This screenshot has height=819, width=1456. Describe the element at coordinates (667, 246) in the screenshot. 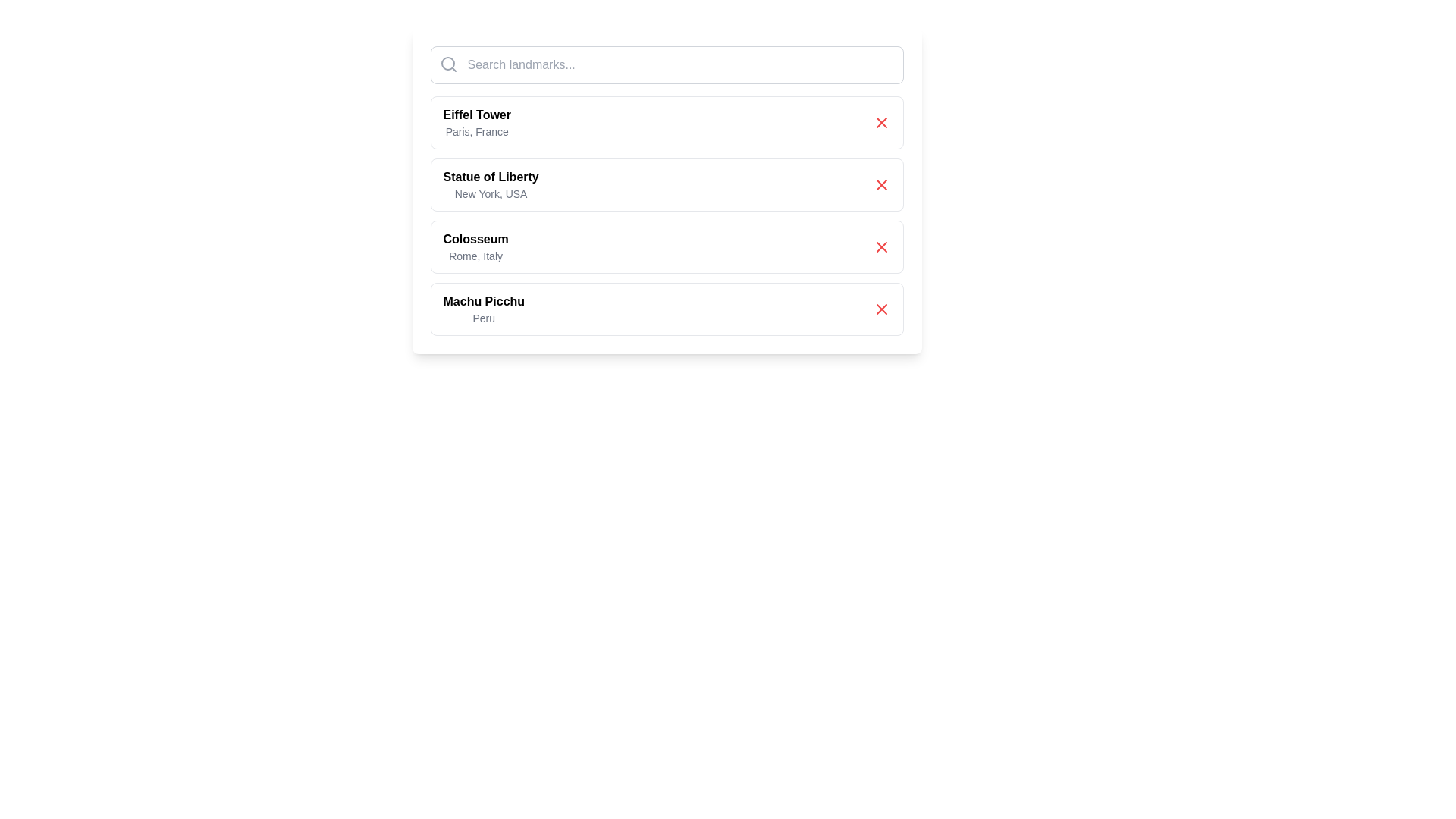

I see `the third selectable list card representing 'Colosseum'` at that location.